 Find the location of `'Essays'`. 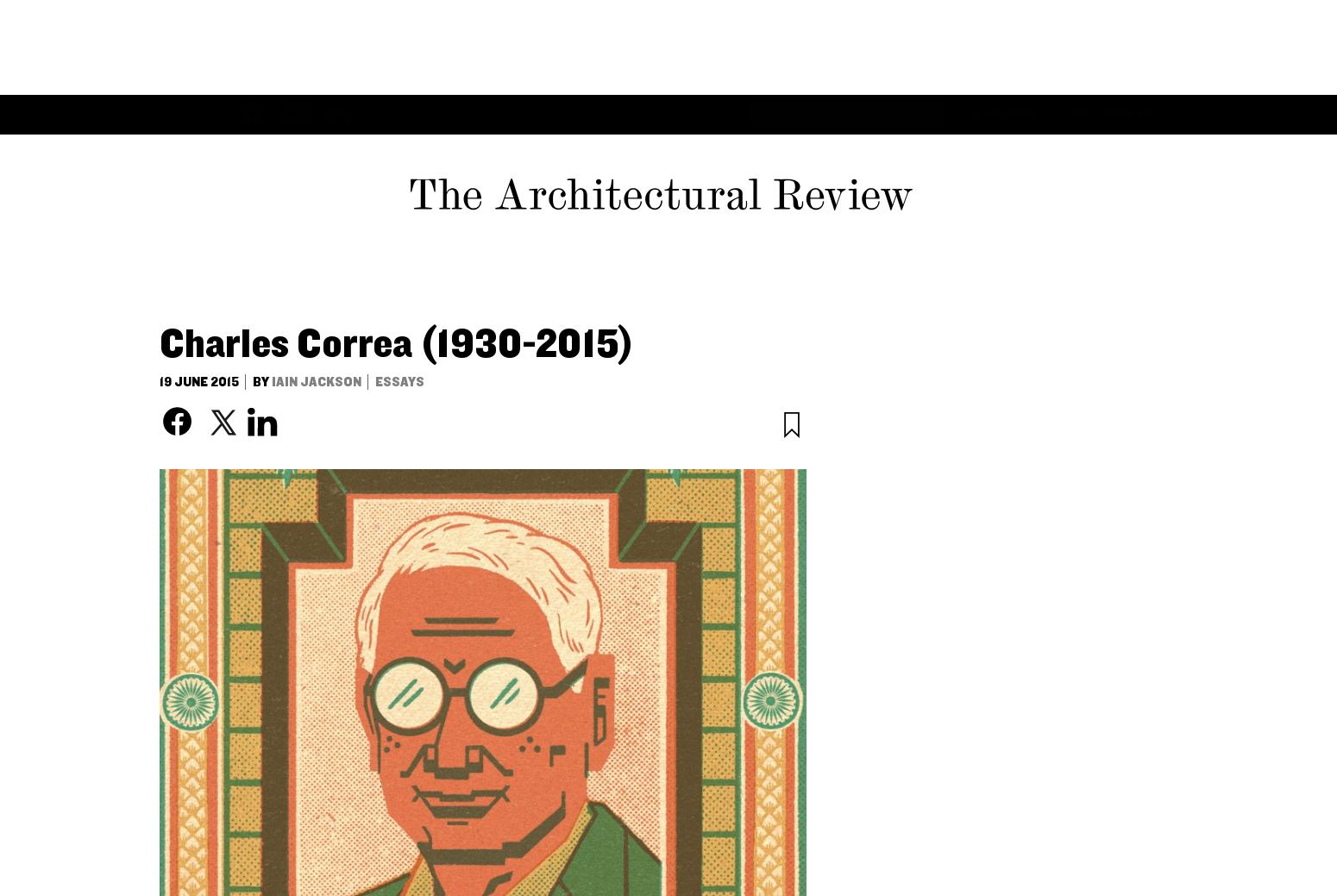

'Essays' is located at coordinates (252, 18).